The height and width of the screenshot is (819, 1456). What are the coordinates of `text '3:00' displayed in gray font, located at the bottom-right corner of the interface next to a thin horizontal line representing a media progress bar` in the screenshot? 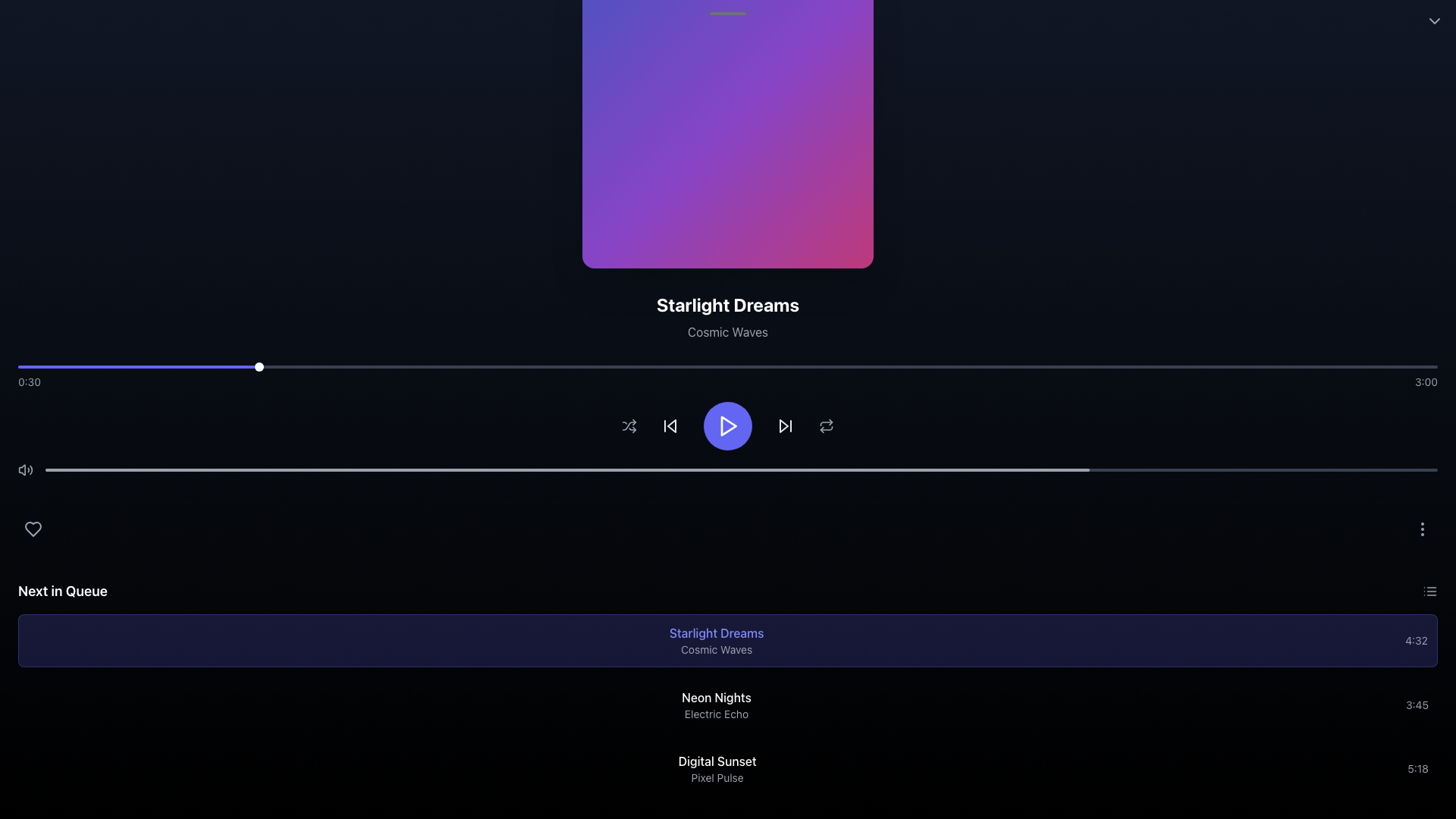 It's located at (1426, 381).